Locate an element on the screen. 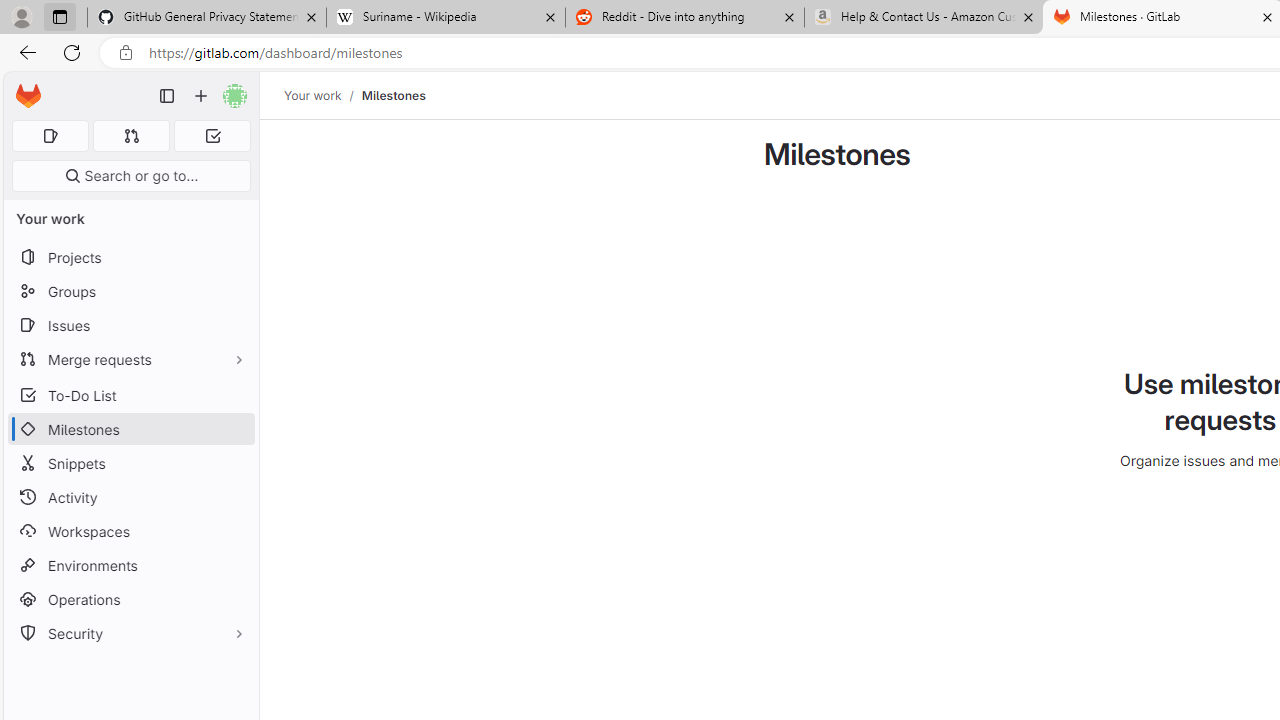 The width and height of the screenshot is (1280, 720). 'Your work' is located at coordinates (311, 95).